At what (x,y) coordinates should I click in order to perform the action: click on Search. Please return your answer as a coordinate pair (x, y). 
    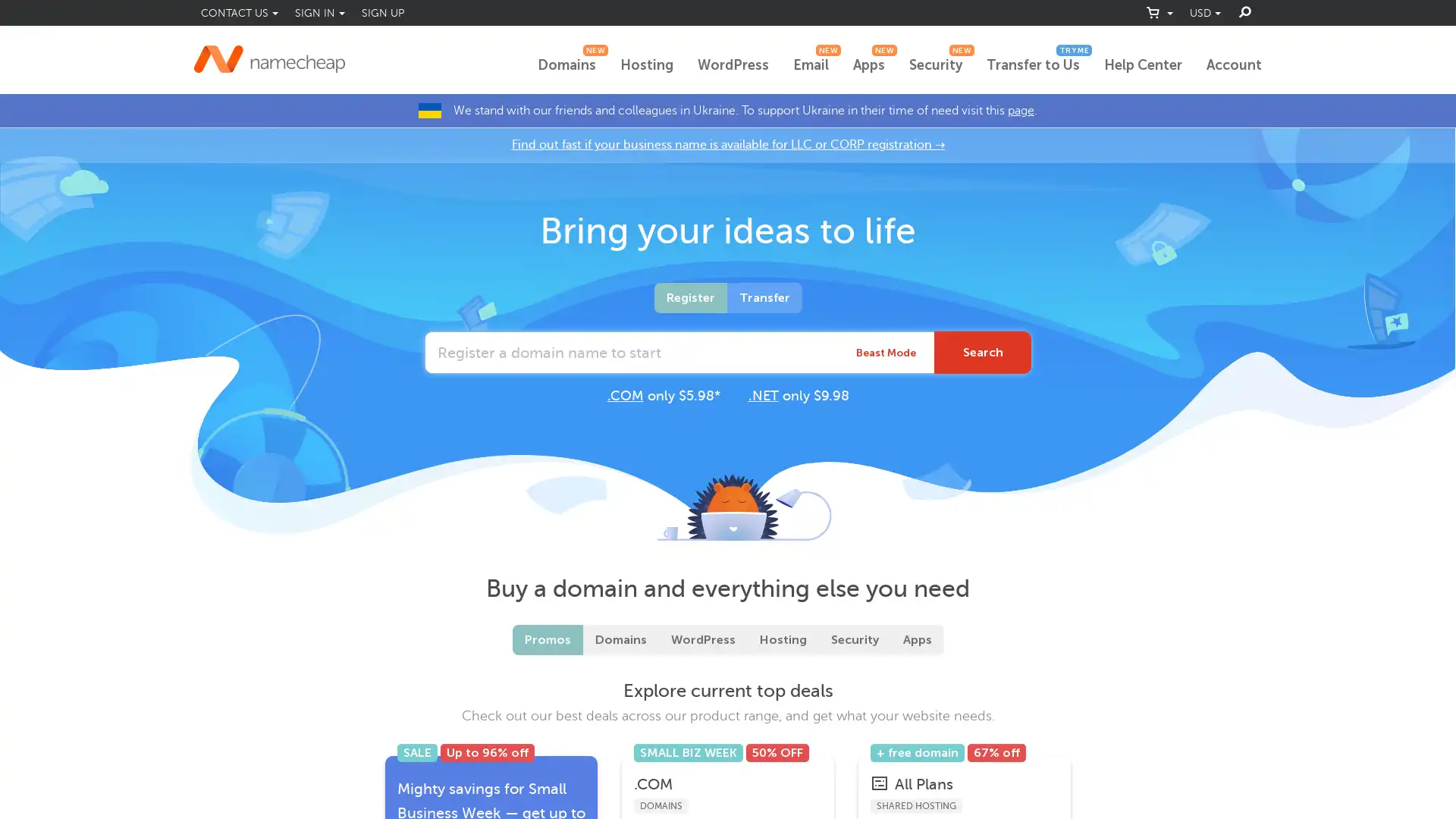
    Looking at the image, I should click on (983, 353).